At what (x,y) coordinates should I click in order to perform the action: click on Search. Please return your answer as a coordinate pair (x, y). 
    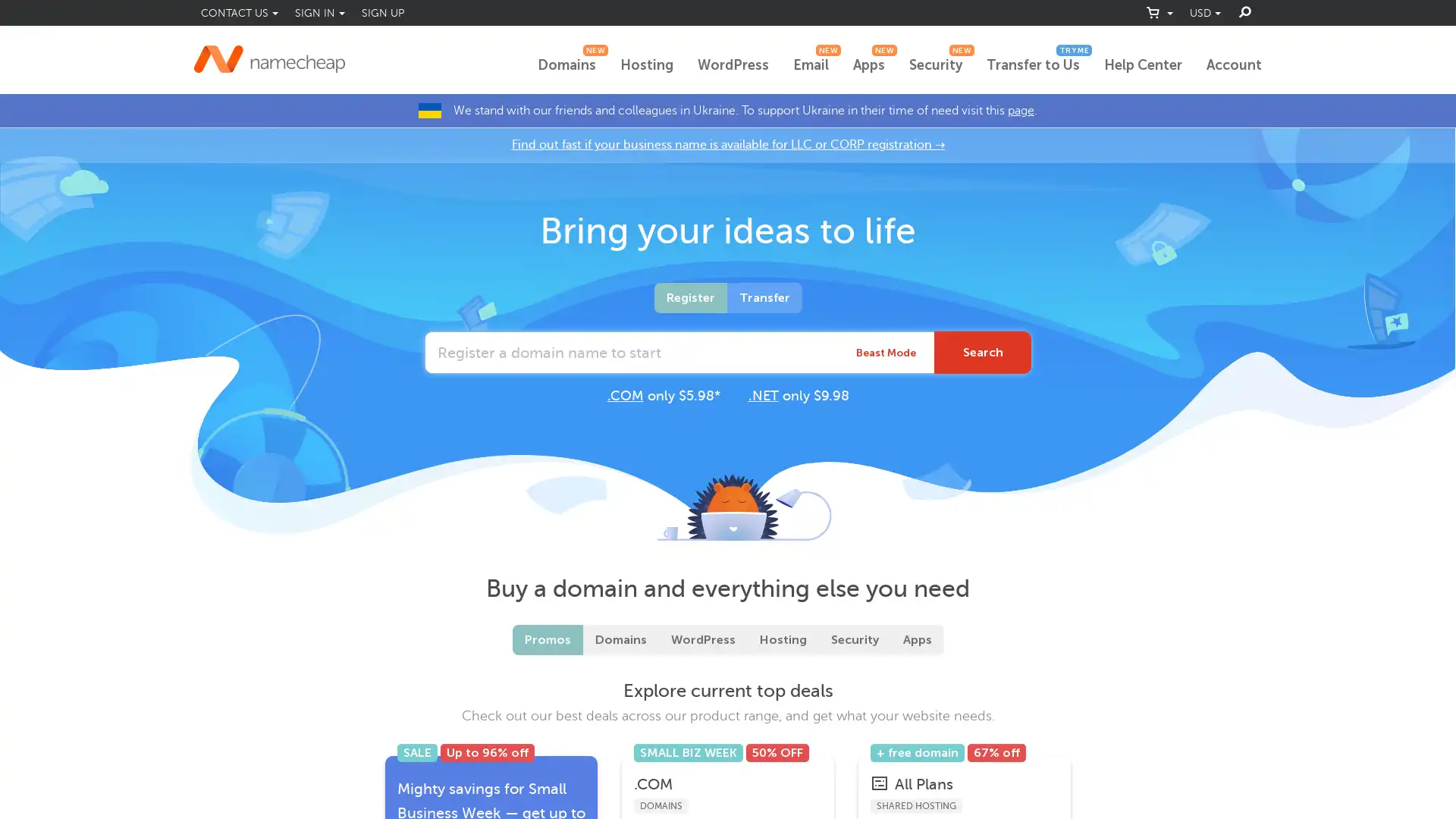
    Looking at the image, I should click on (983, 353).